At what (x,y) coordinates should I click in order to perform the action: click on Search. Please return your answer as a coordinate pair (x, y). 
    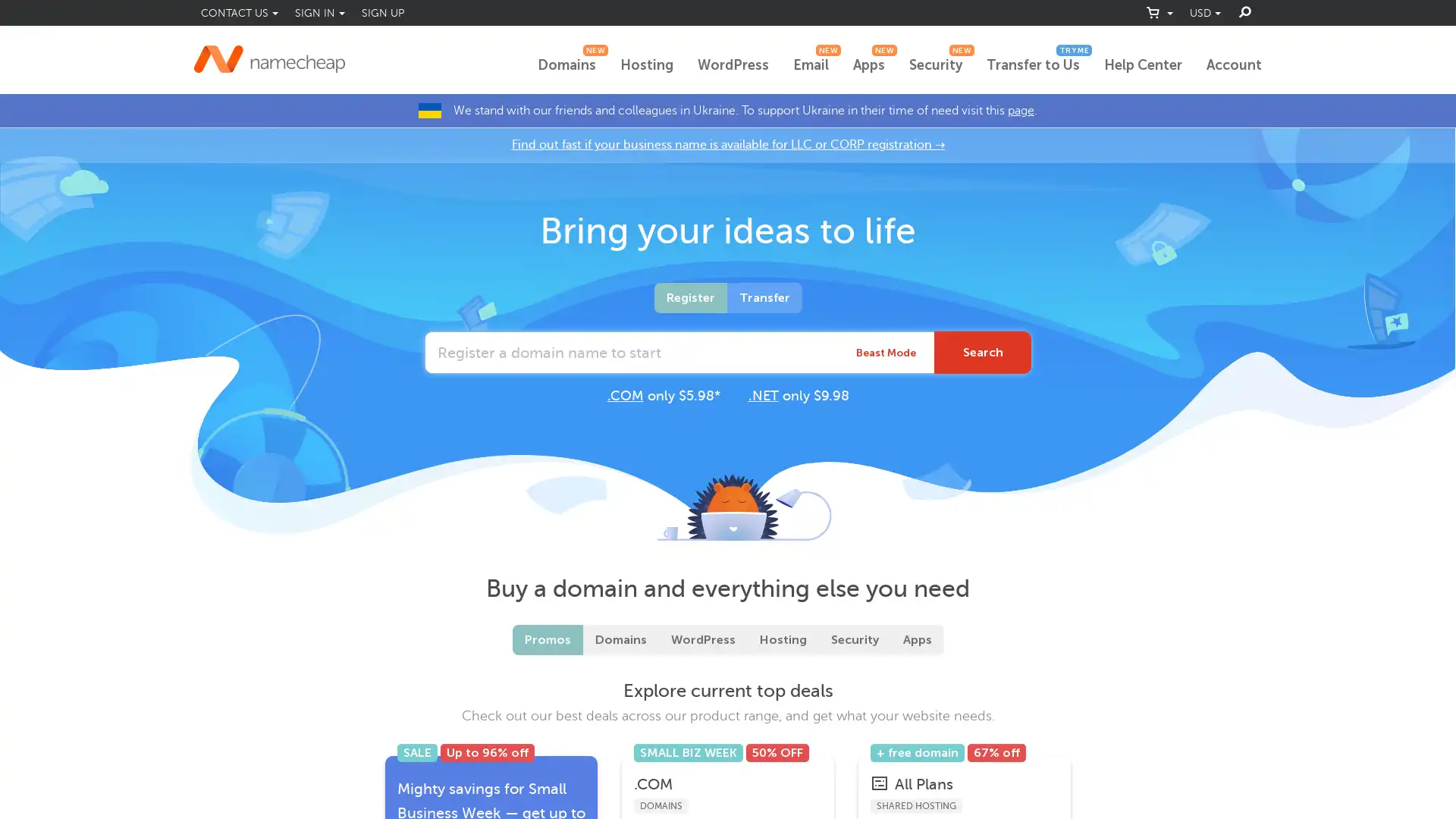
    Looking at the image, I should click on (983, 353).